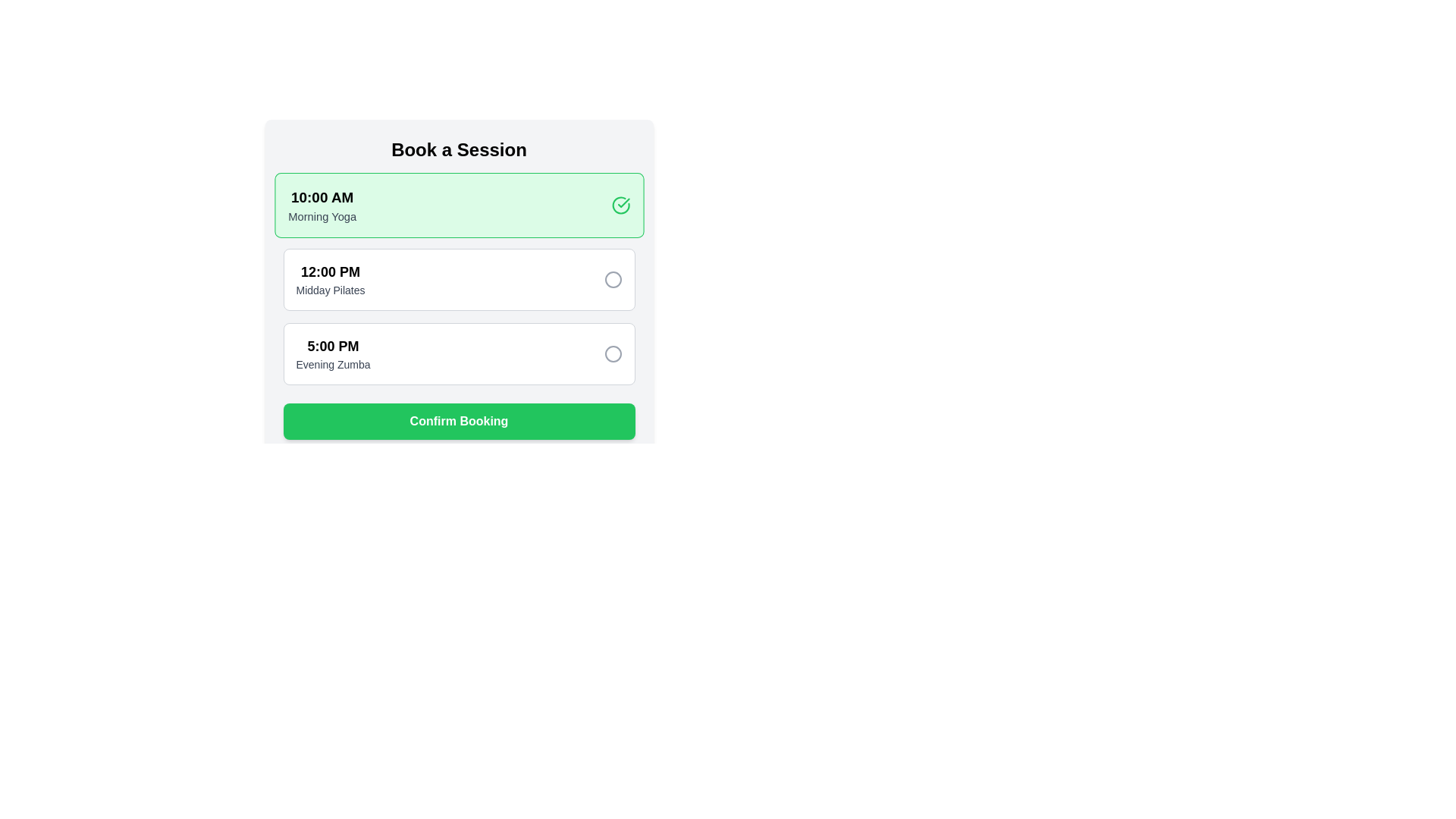 The height and width of the screenshot is (819, 1456). What do you see at coordinates (613, 280) in the screenshot?
I see `the radio button located to the right of the '12:00 PM - Midday Pilates' session` at bounding box center [613, 280].